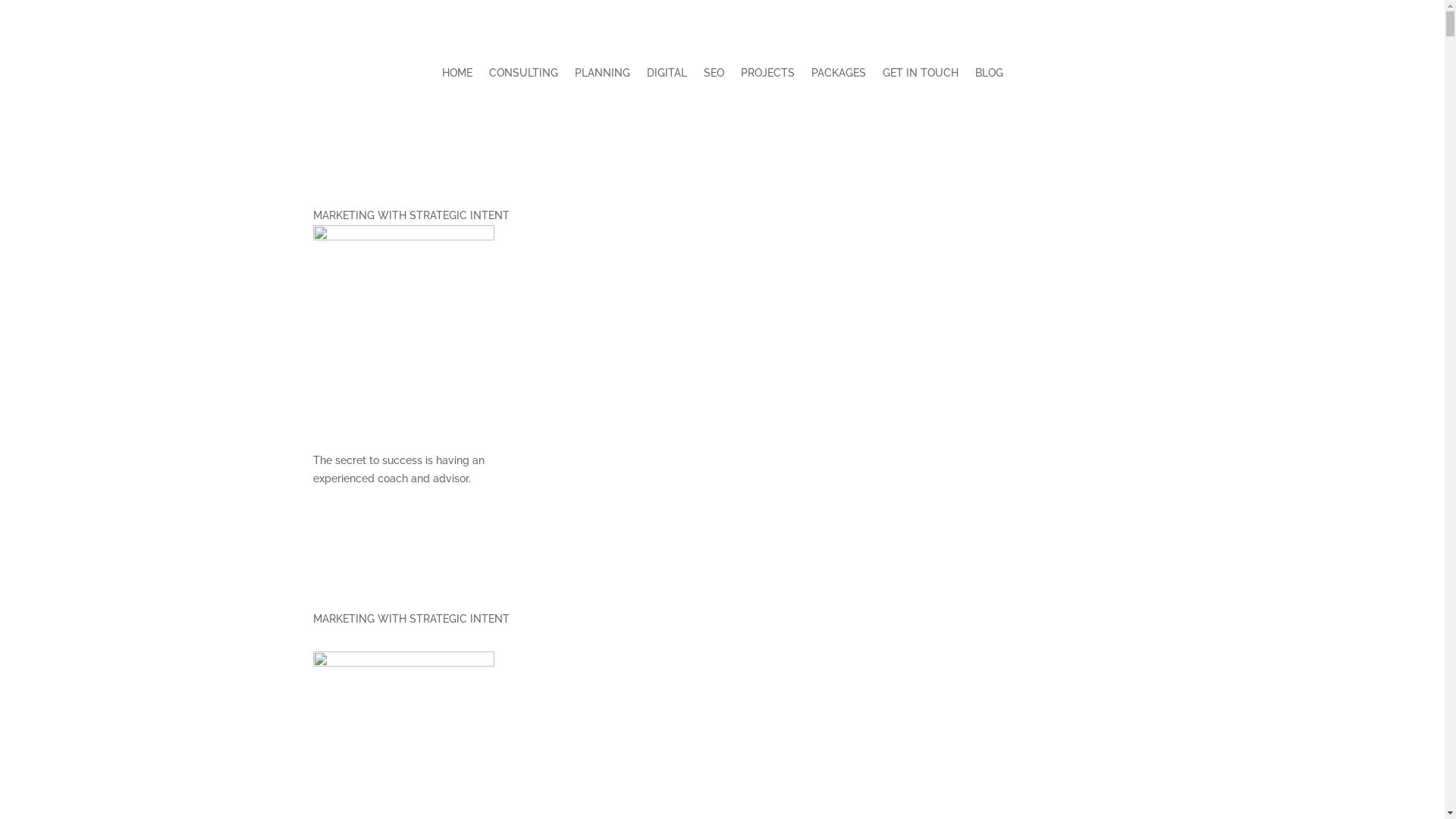 The height and width of the screenshot is (819, 1456). I want to click on 'SEO', so click(713, 76).